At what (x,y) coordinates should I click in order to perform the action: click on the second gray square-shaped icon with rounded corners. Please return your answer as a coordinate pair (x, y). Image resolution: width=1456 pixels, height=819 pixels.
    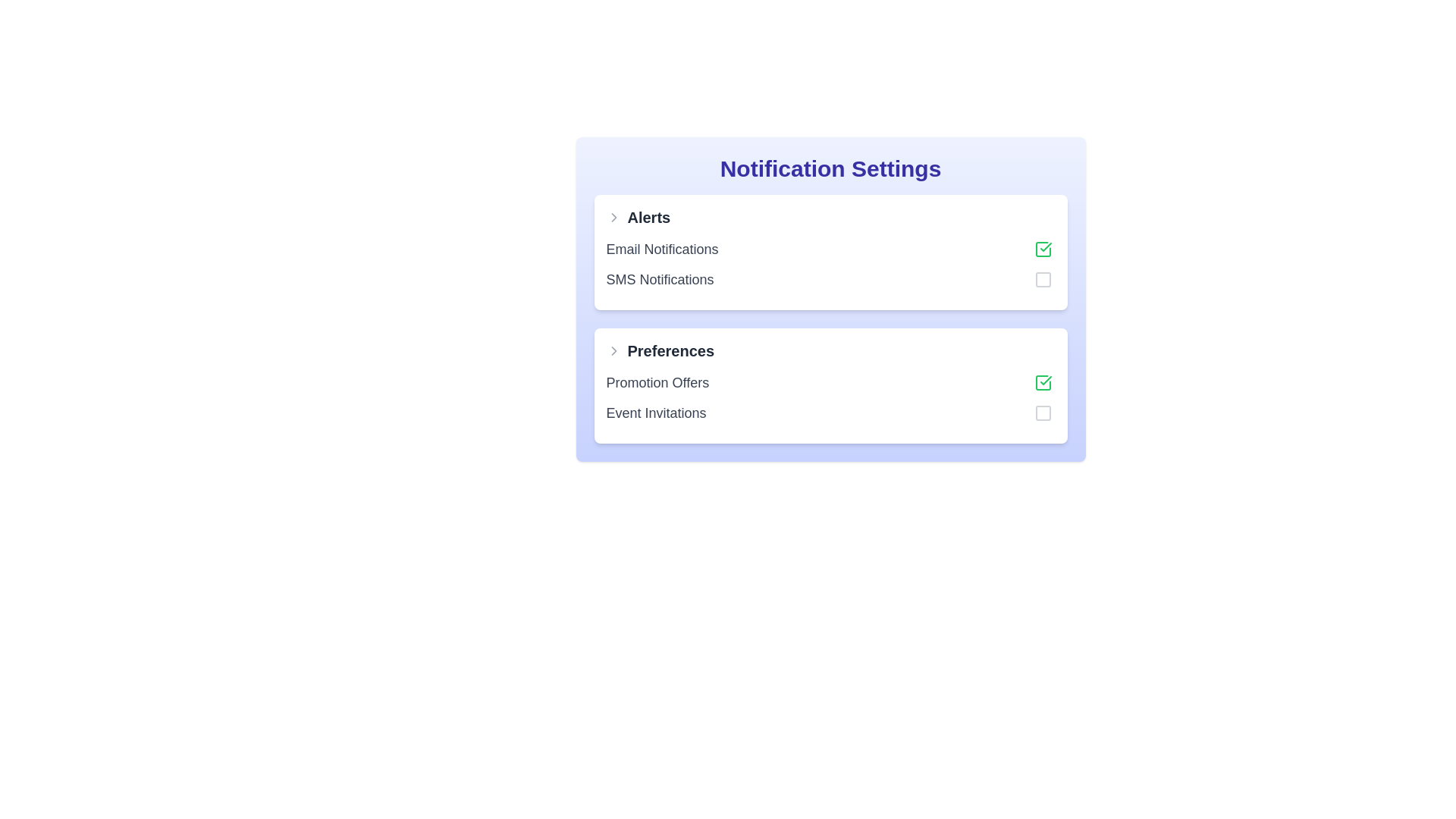
    Looking at the image, I should click on (1042, 280).